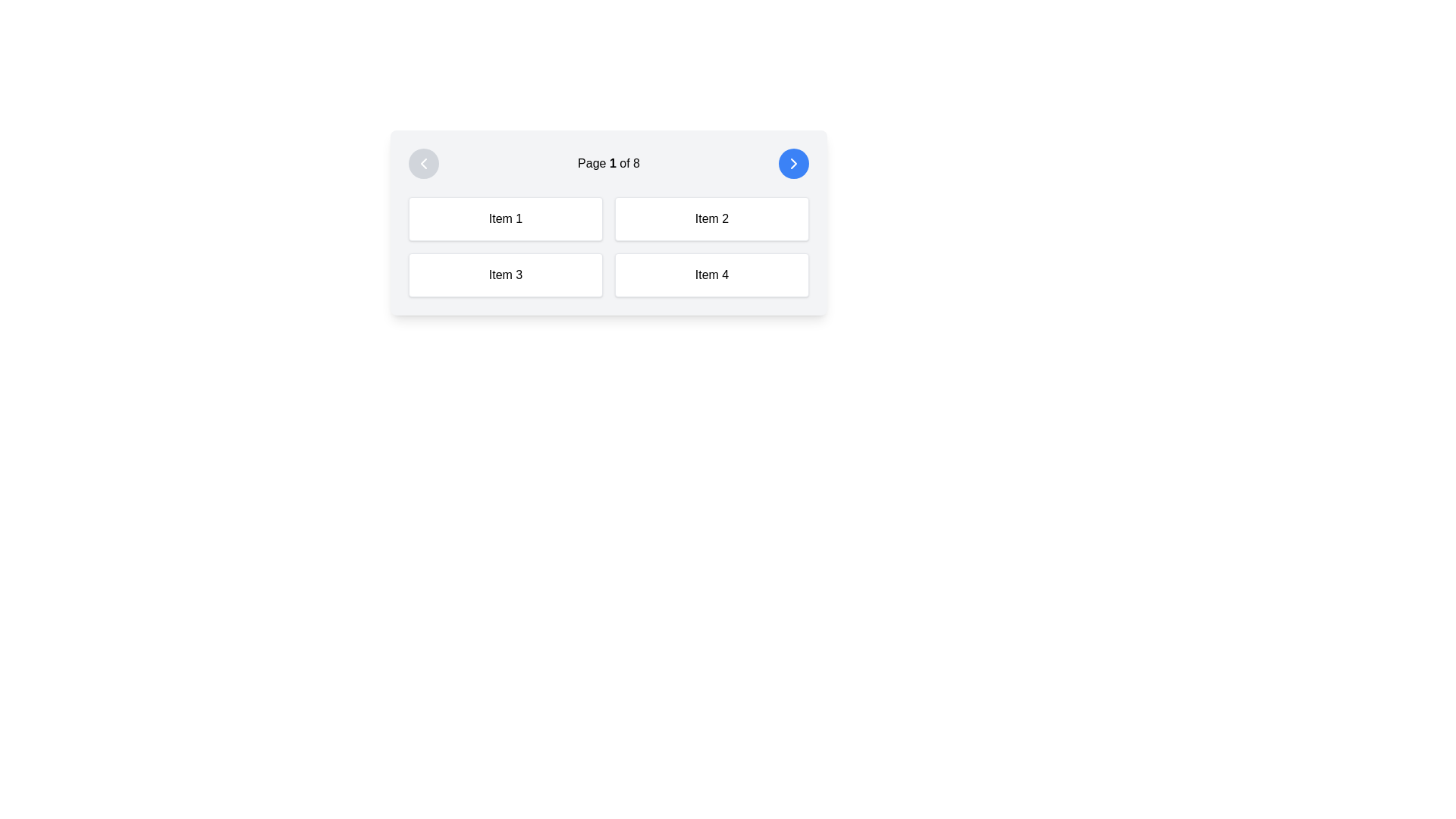 The image size is (1456, 819). What do you see at coordinates (711, 275) in the screenshot?
I see `the rectangular button labeled 'Item 4' located in the bottom-right corner of the grid` at bounding box center [711, 275].